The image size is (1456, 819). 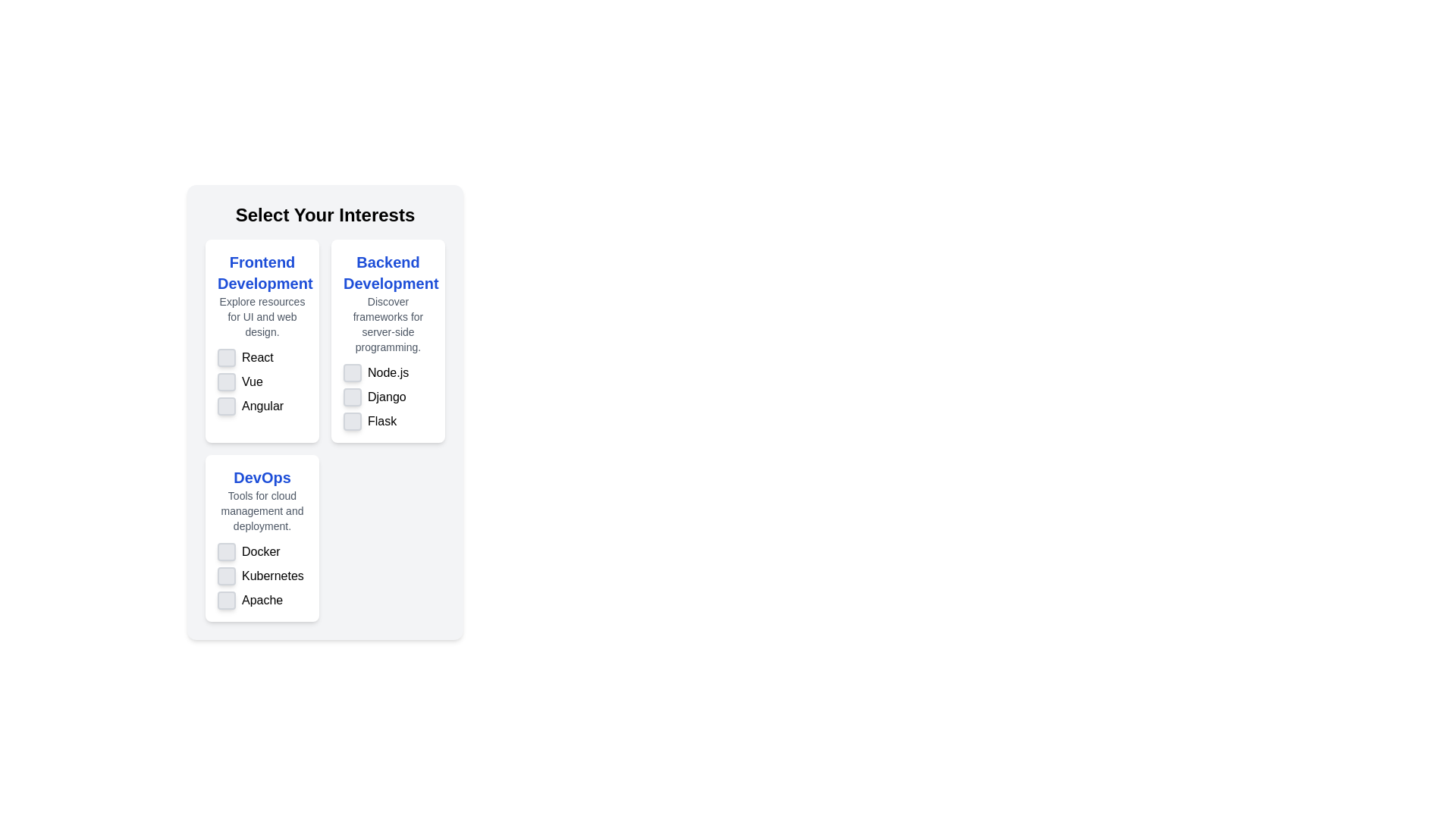 I want to click on the checkbox labeled 'Kubernetes', so click(x=262, y=576).